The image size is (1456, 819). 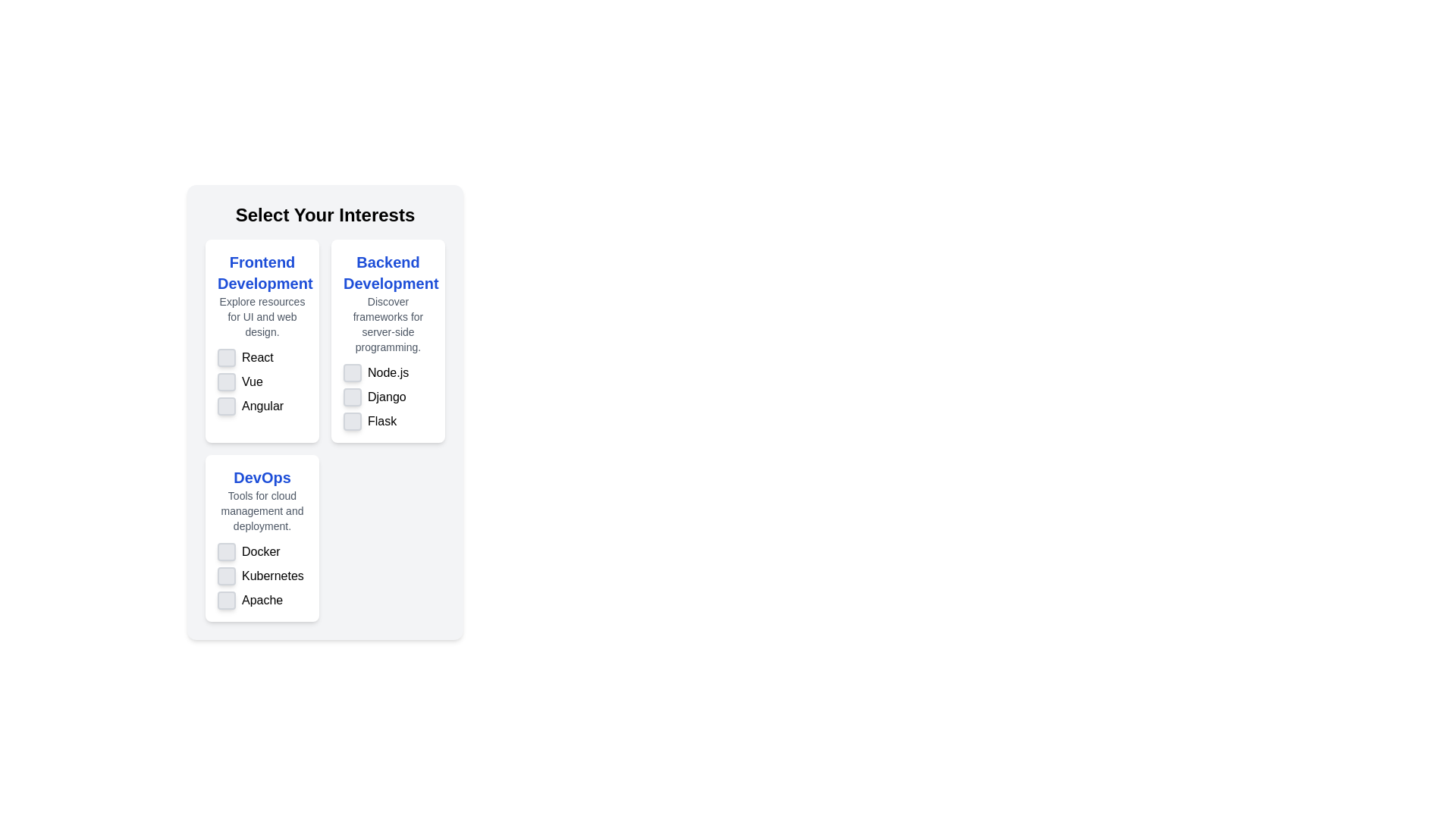 I want to click on the checkbox labeled 'Kubernetes', so click(x=262, y=576).